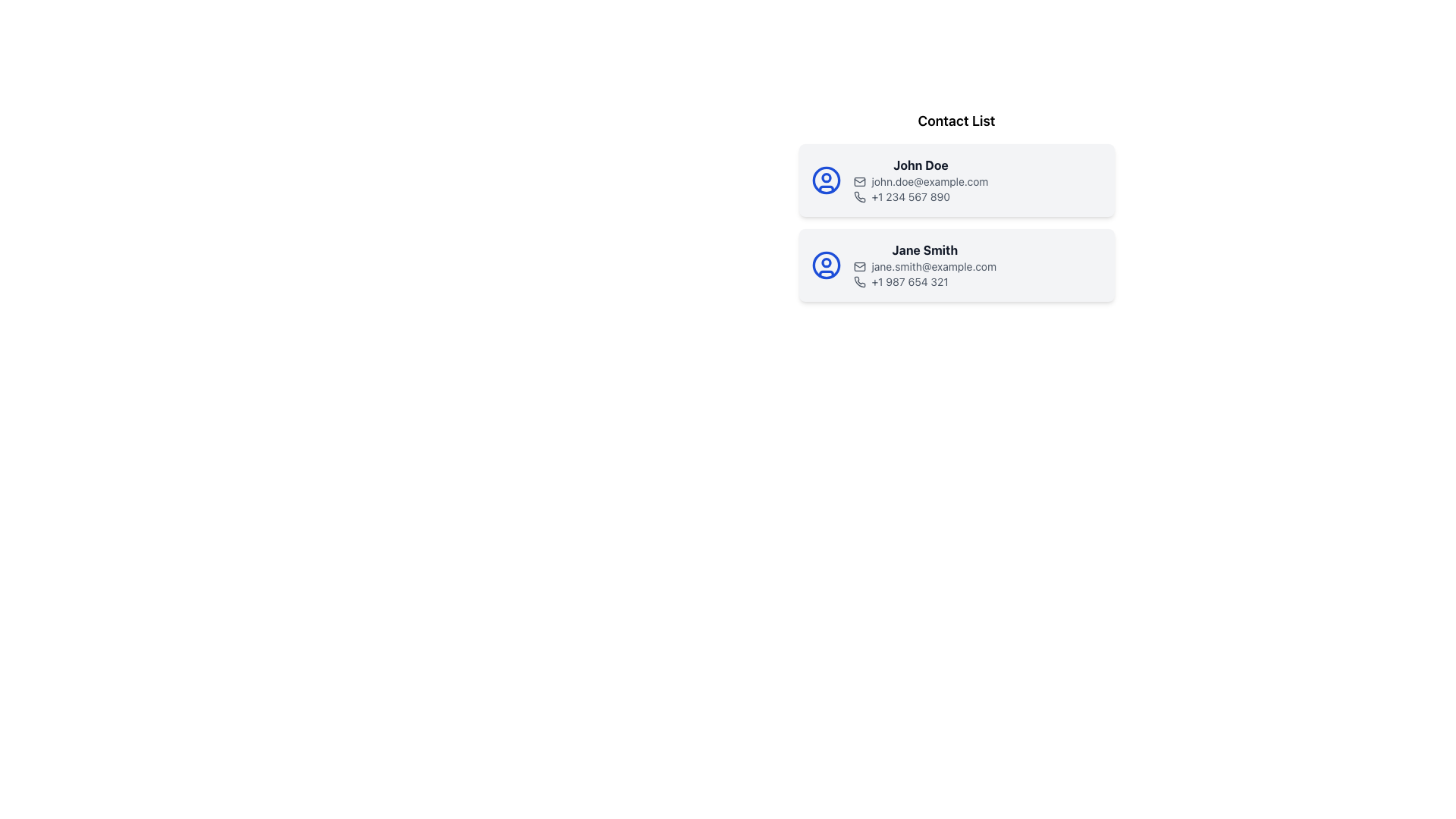 The width and height of the screenshot is (1456, 819). What do you see at coordinates (924, 265) in the screenshot?
I see `the text label displaying the email address for the contact 'Jane Smith', which is located beneath the name 'Jane Smith' and above the phone number '+1 987 654 321'` at bounding box center [924, 265].